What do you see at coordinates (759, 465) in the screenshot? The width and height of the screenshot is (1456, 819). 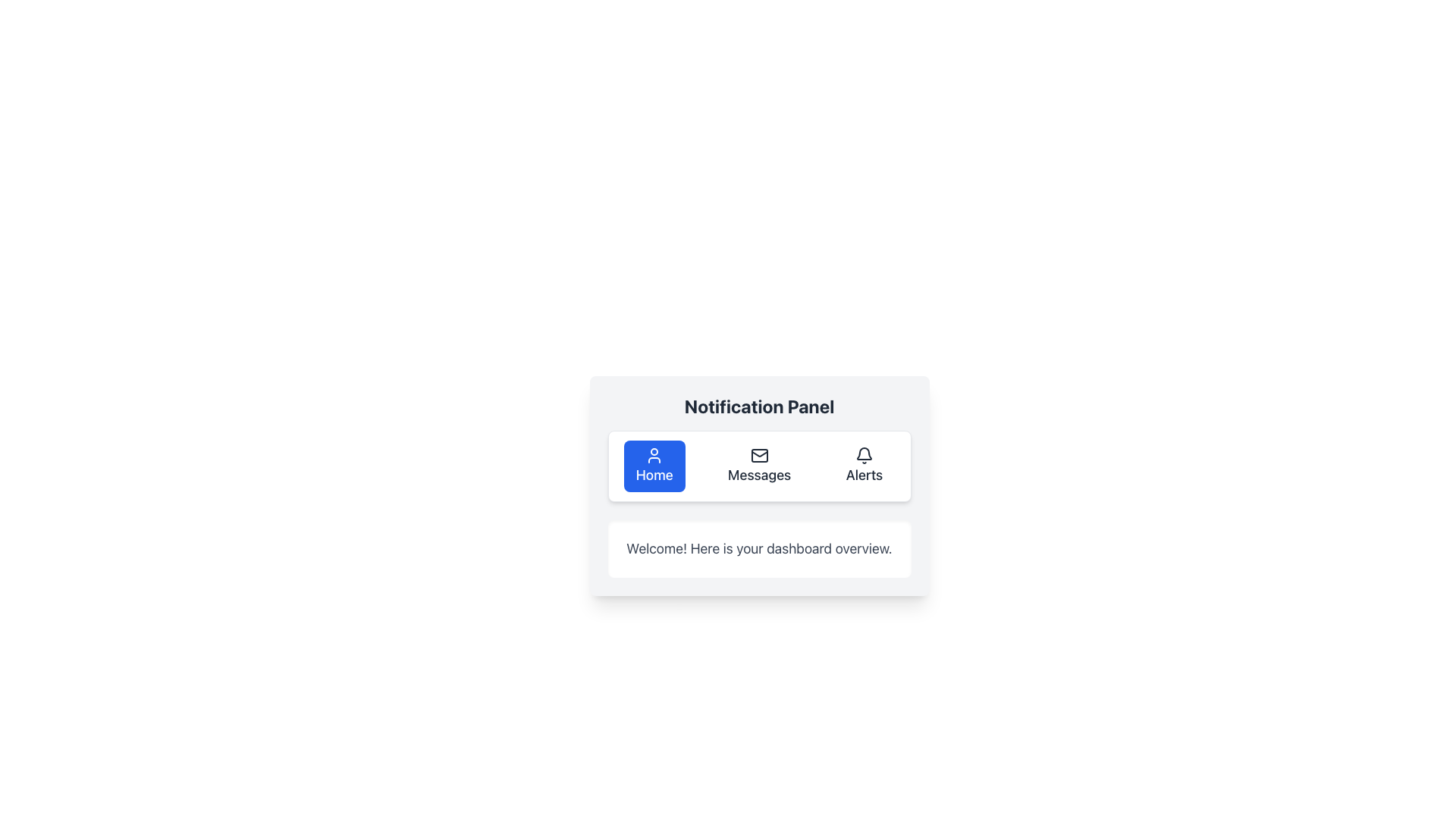 I see `the 'Messages' button with a mail icon in the navigation menu` at bounding box center [759, 465].